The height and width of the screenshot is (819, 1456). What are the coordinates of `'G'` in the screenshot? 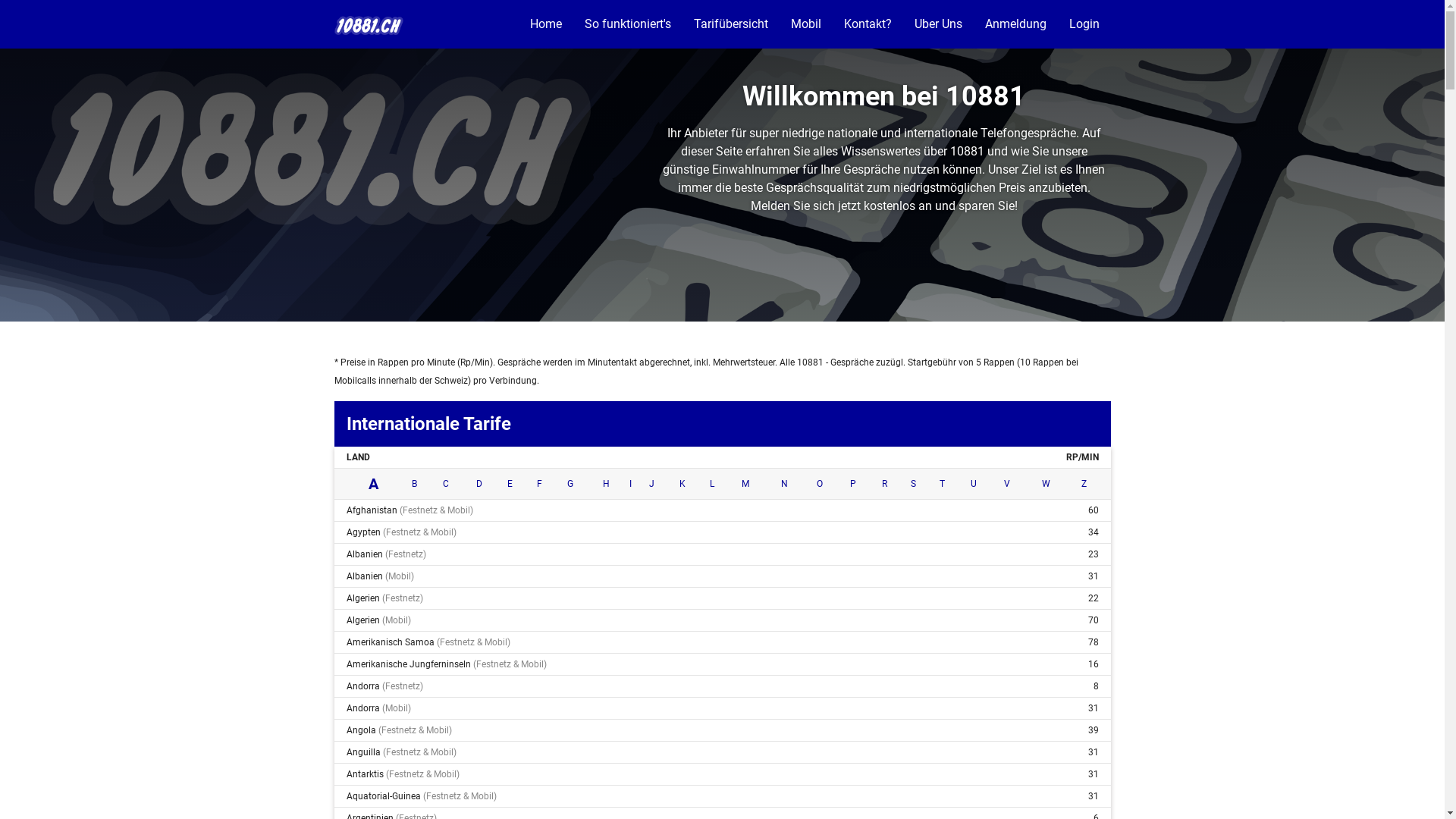 It's located at (570, 483).